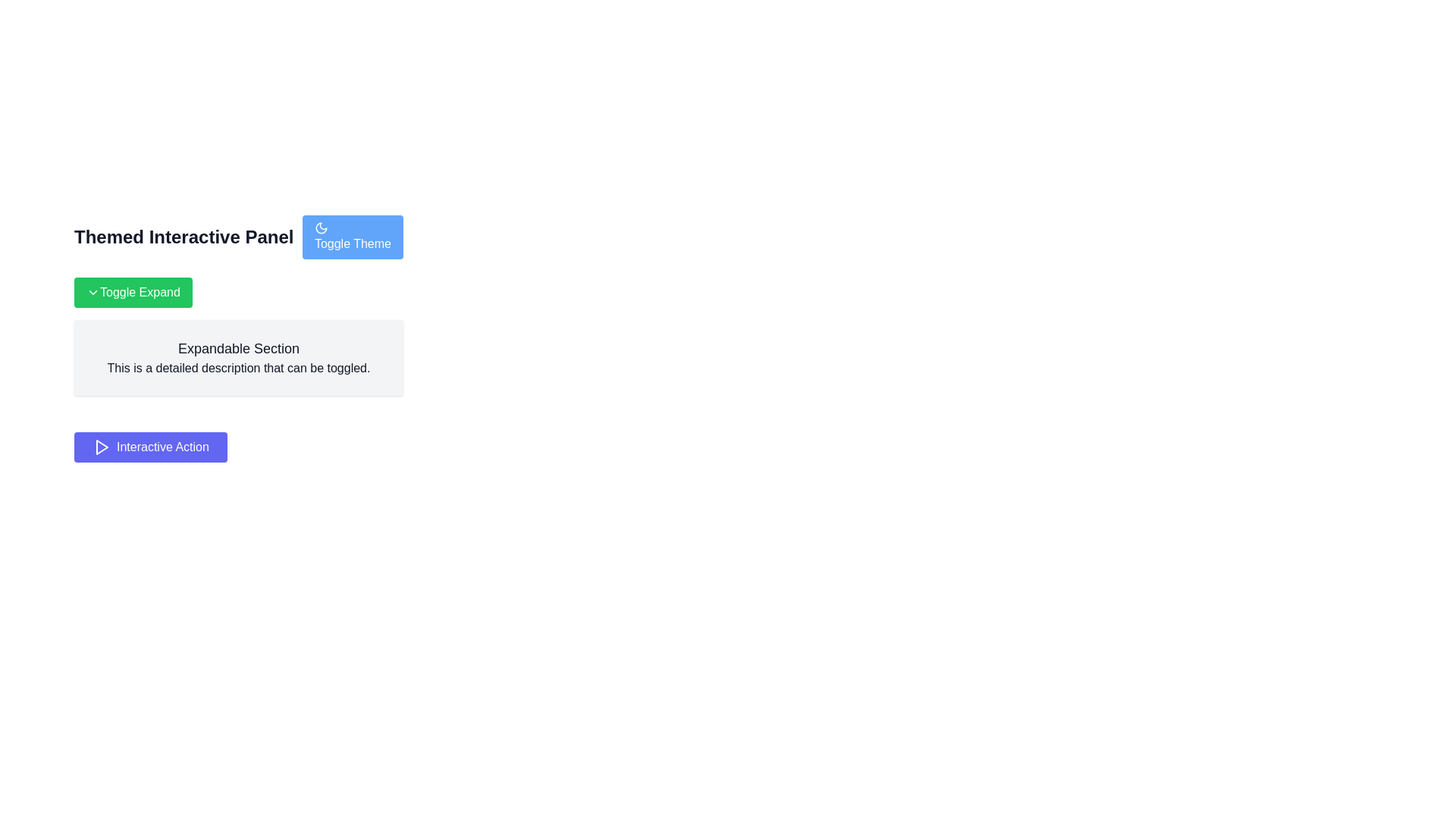 The width and height of the screenshot is (1456, 819). What do you see at coordinates (93, 292) in the screenshot?
I see `the downward-pointing chevron icon inside the 'Toggle Expand' button located in the upper-left area of the panel` at bounding box center [93, 292].